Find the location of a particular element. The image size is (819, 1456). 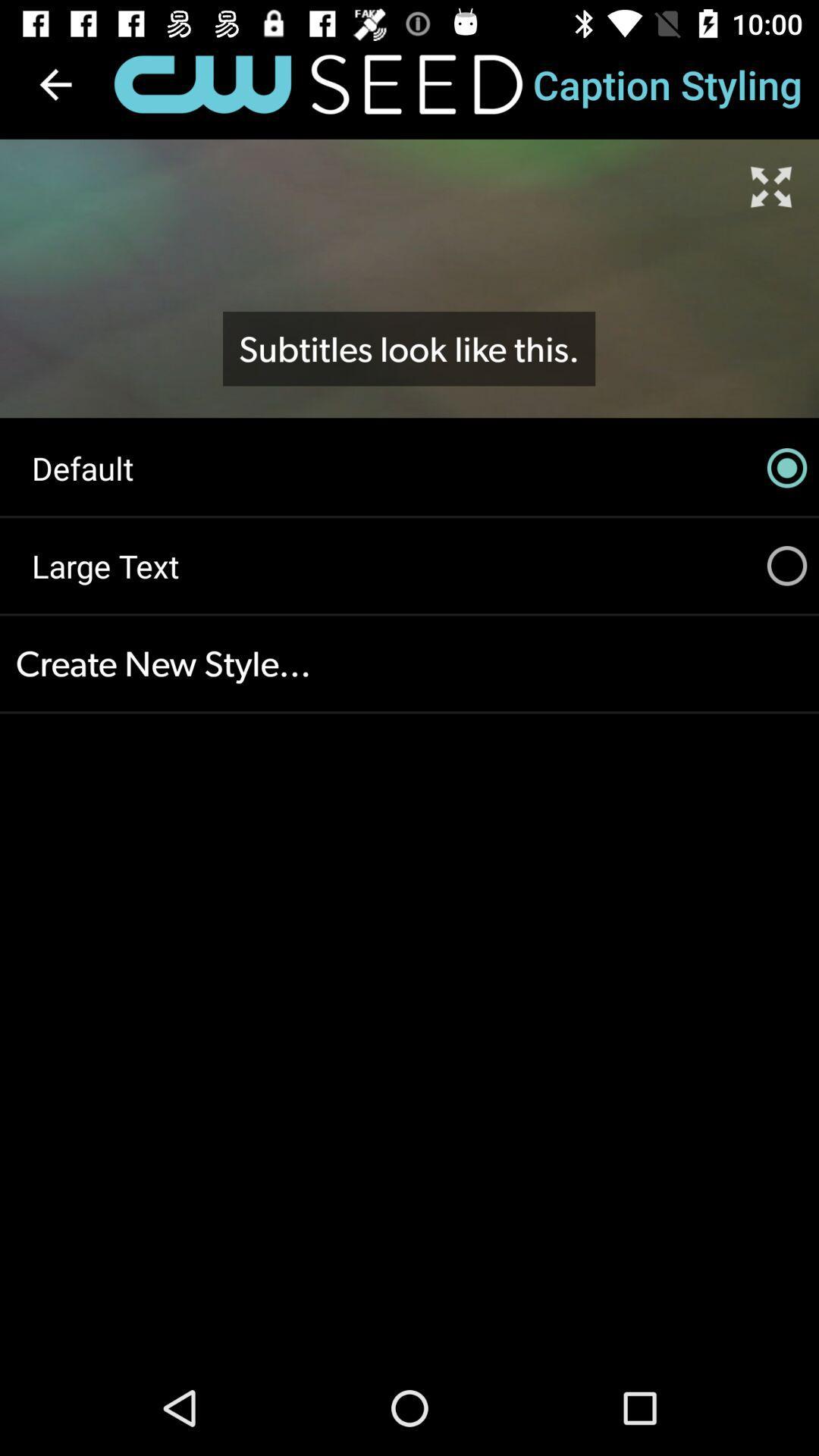

the icon above the default icon is located at coordinates (55, 83).